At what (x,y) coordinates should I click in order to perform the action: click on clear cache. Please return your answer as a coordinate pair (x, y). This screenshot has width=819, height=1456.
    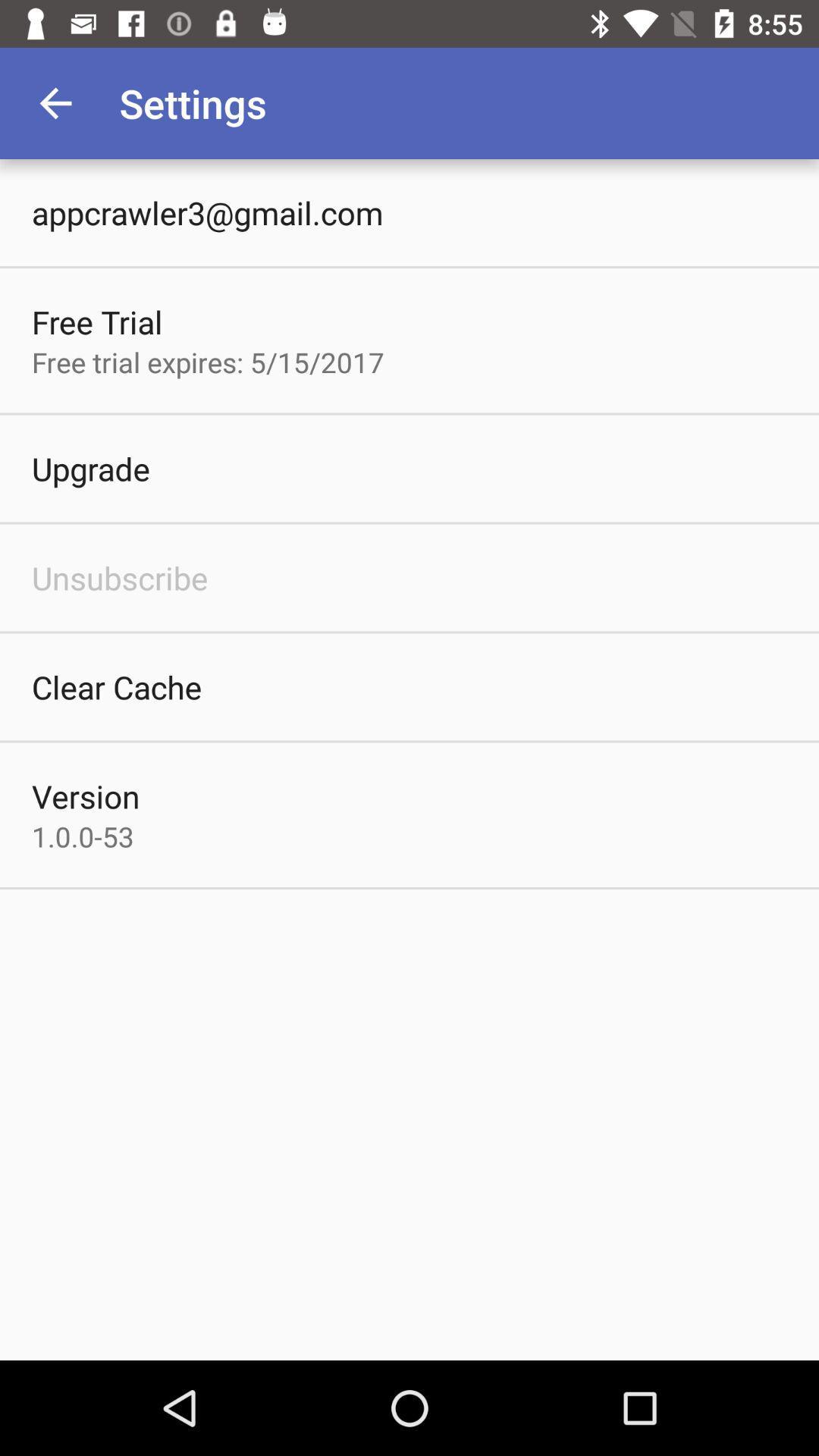
    Looking at the image, I should click on (116, 686).